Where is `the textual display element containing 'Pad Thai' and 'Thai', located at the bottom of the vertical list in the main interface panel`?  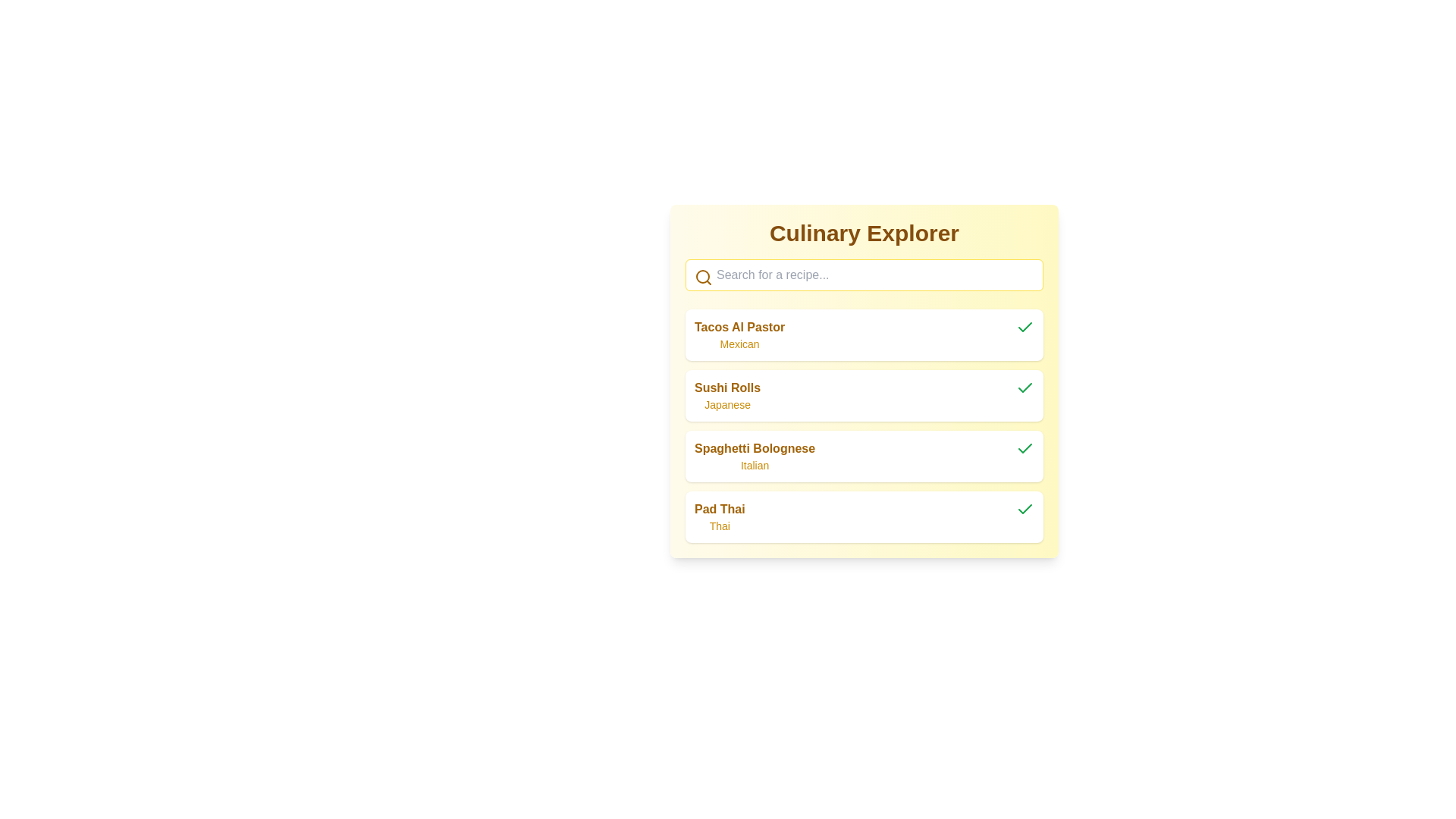 the textual display element containing 'Pad Thai' and 'Thai', located at the bottom of the vertical list in the main interface panel is located at coordinates (719, 516).